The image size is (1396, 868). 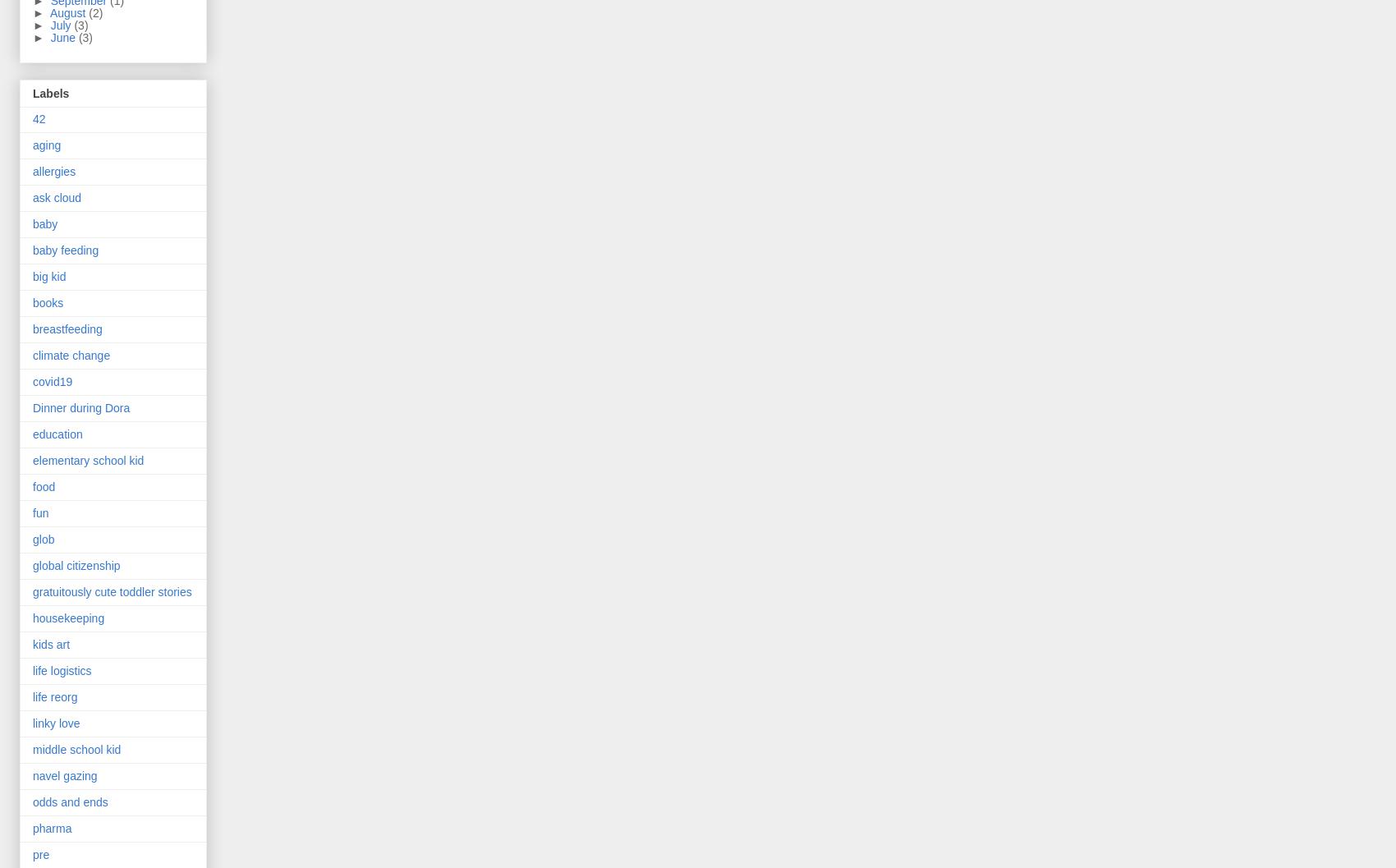 I want to click on 'elementary school kid', so click(x=87, y=459).